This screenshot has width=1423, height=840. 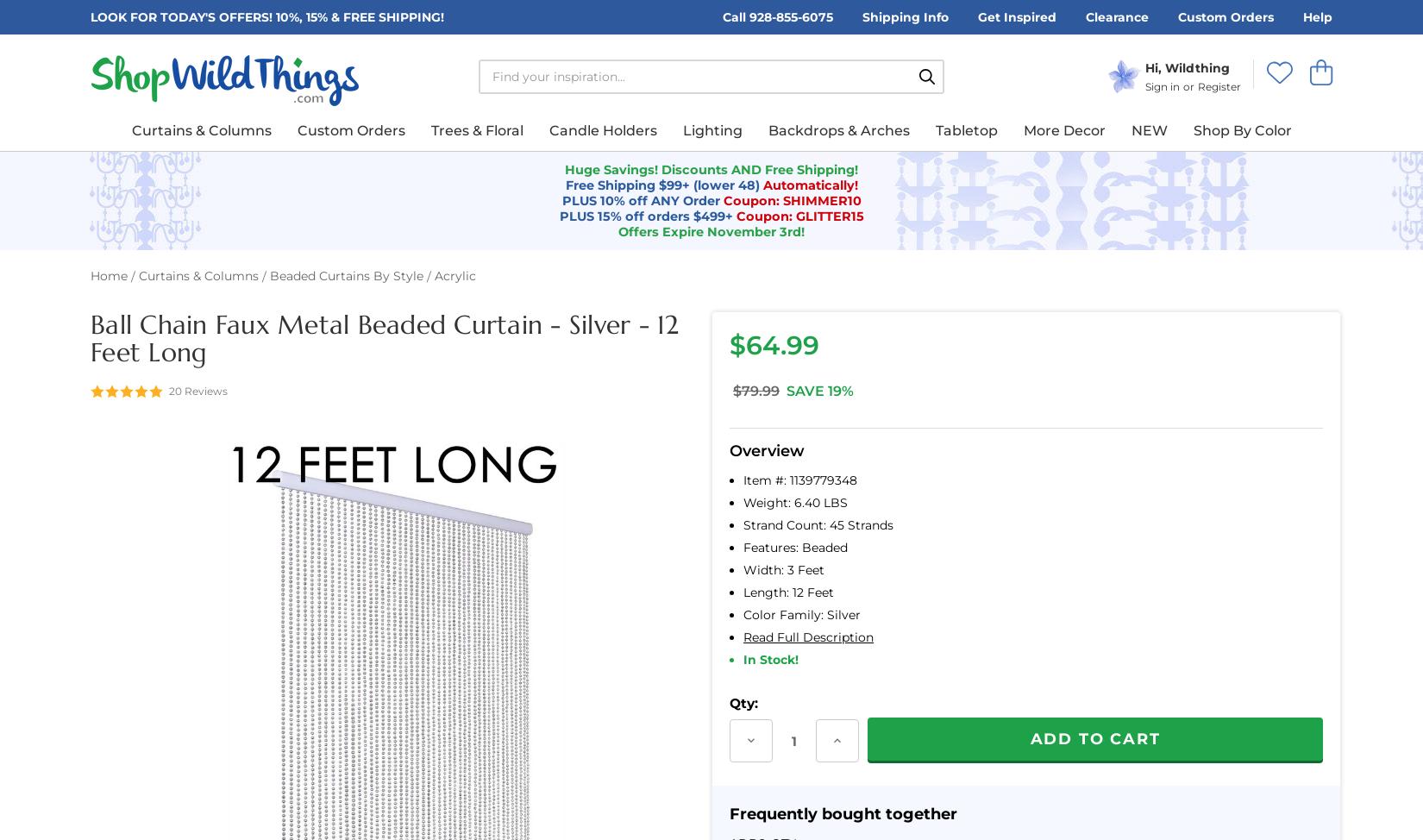 What do you see at coordinates (1148, 129) in the screenshot?
I see `'NEW'` at bounding box center [1148, 129].